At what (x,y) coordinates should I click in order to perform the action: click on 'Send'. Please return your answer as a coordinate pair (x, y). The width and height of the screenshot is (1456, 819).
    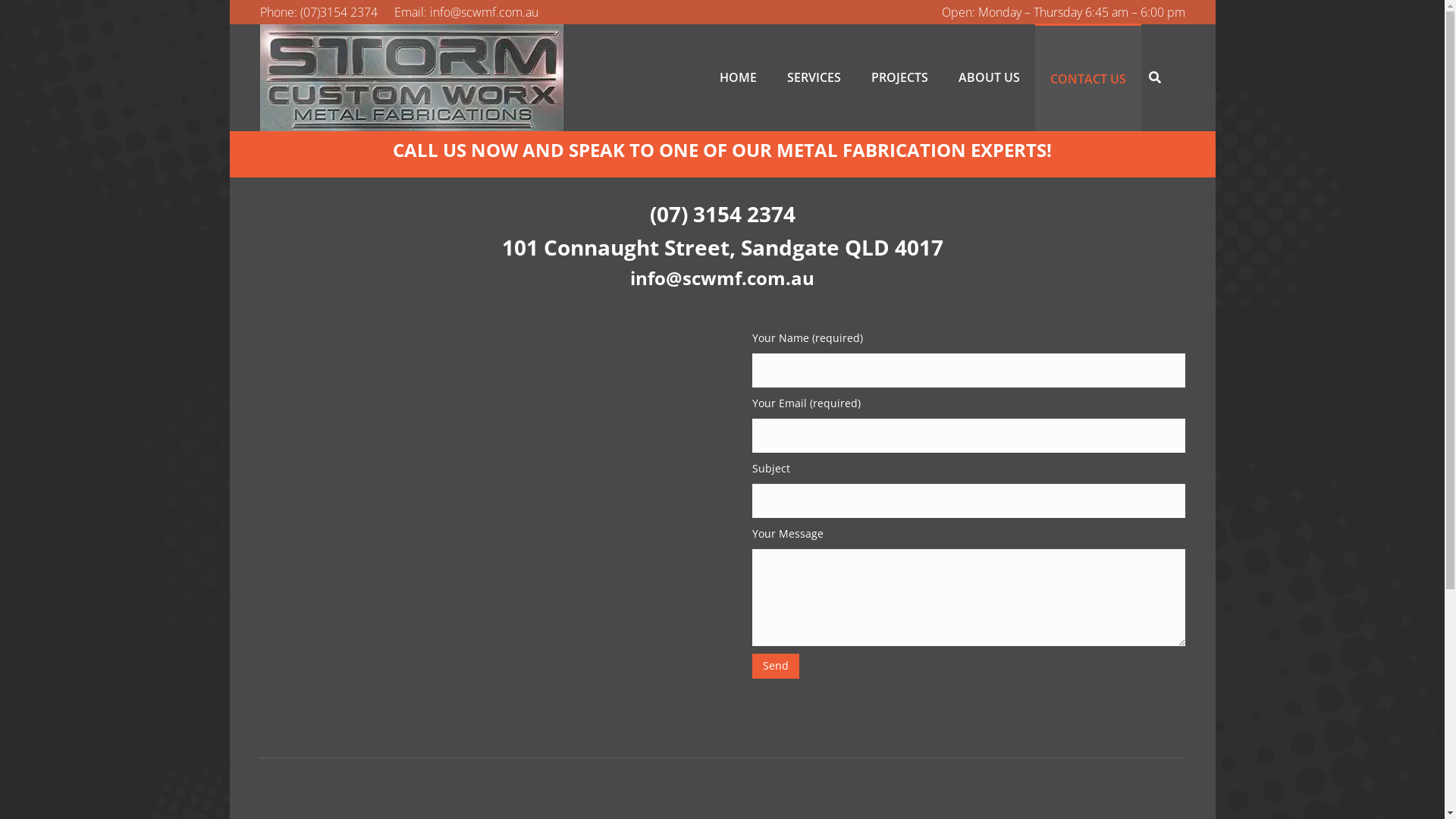
    Looking at the image, I should click on (752, 665).